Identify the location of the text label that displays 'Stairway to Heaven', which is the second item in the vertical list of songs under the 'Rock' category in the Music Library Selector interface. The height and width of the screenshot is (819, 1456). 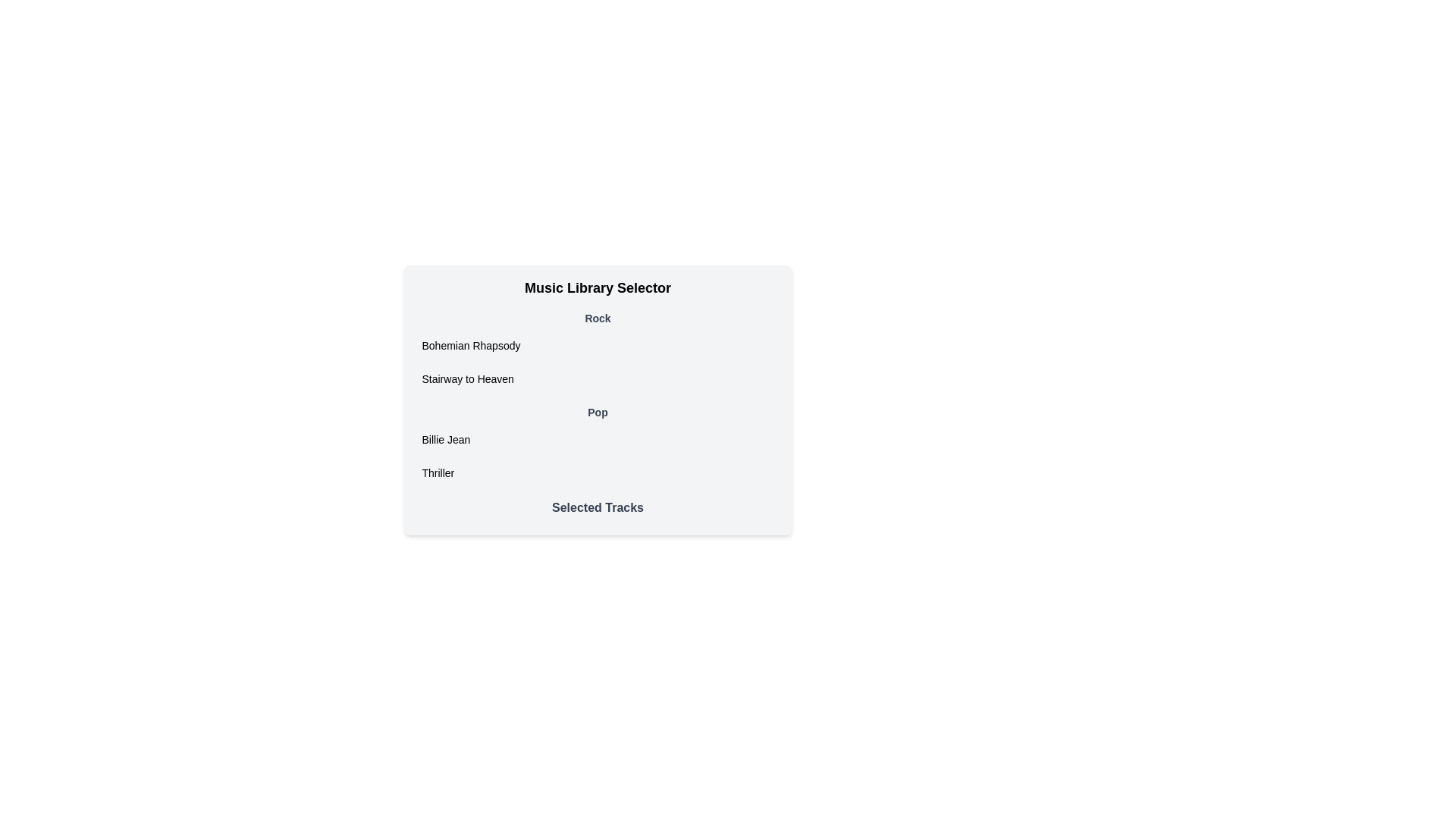
(467, 378).